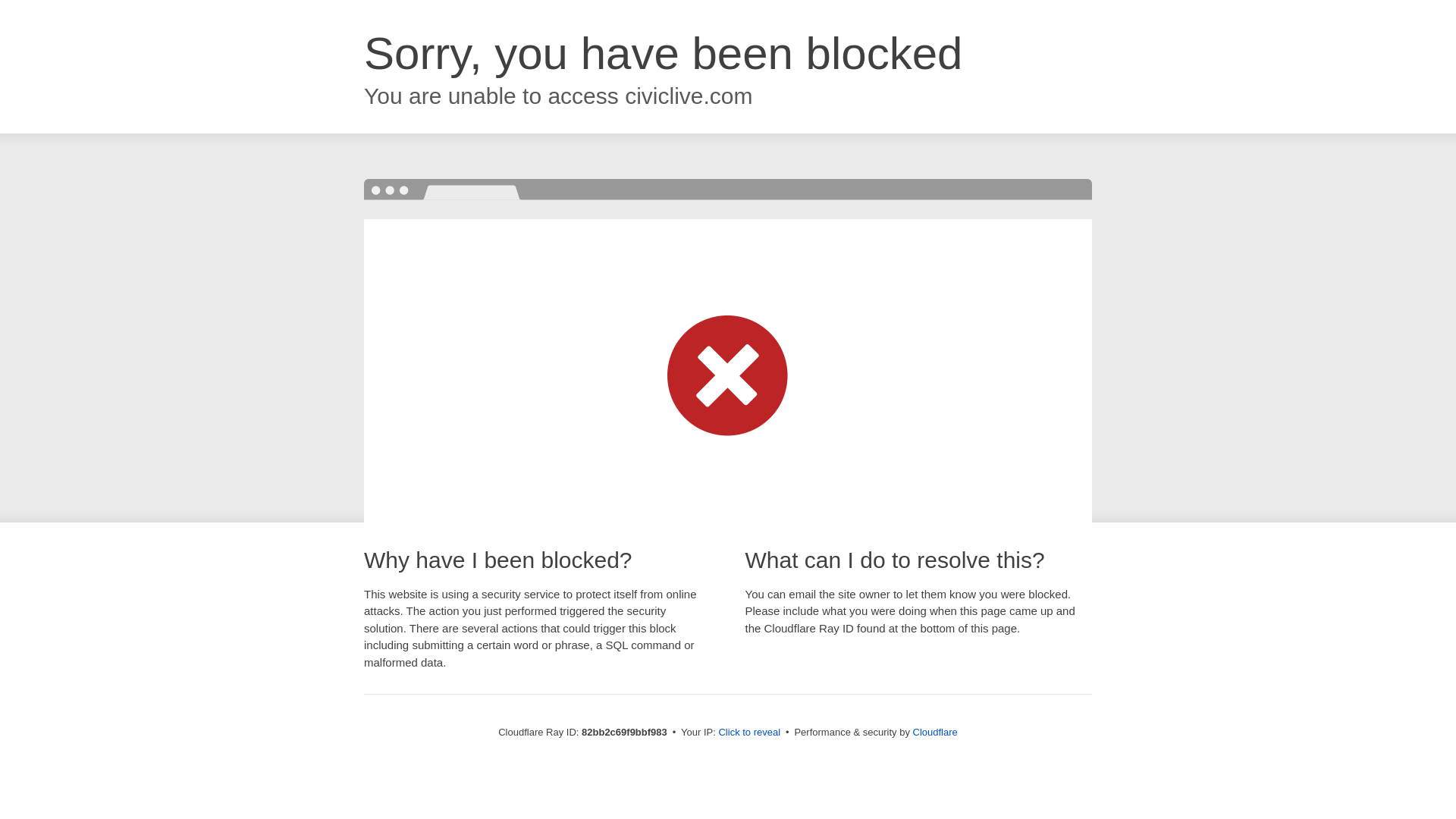  What do you see at coordinates (749, 731) in the screenshot?
I see `'Click to reveal'` at bounding box center [749, 731].